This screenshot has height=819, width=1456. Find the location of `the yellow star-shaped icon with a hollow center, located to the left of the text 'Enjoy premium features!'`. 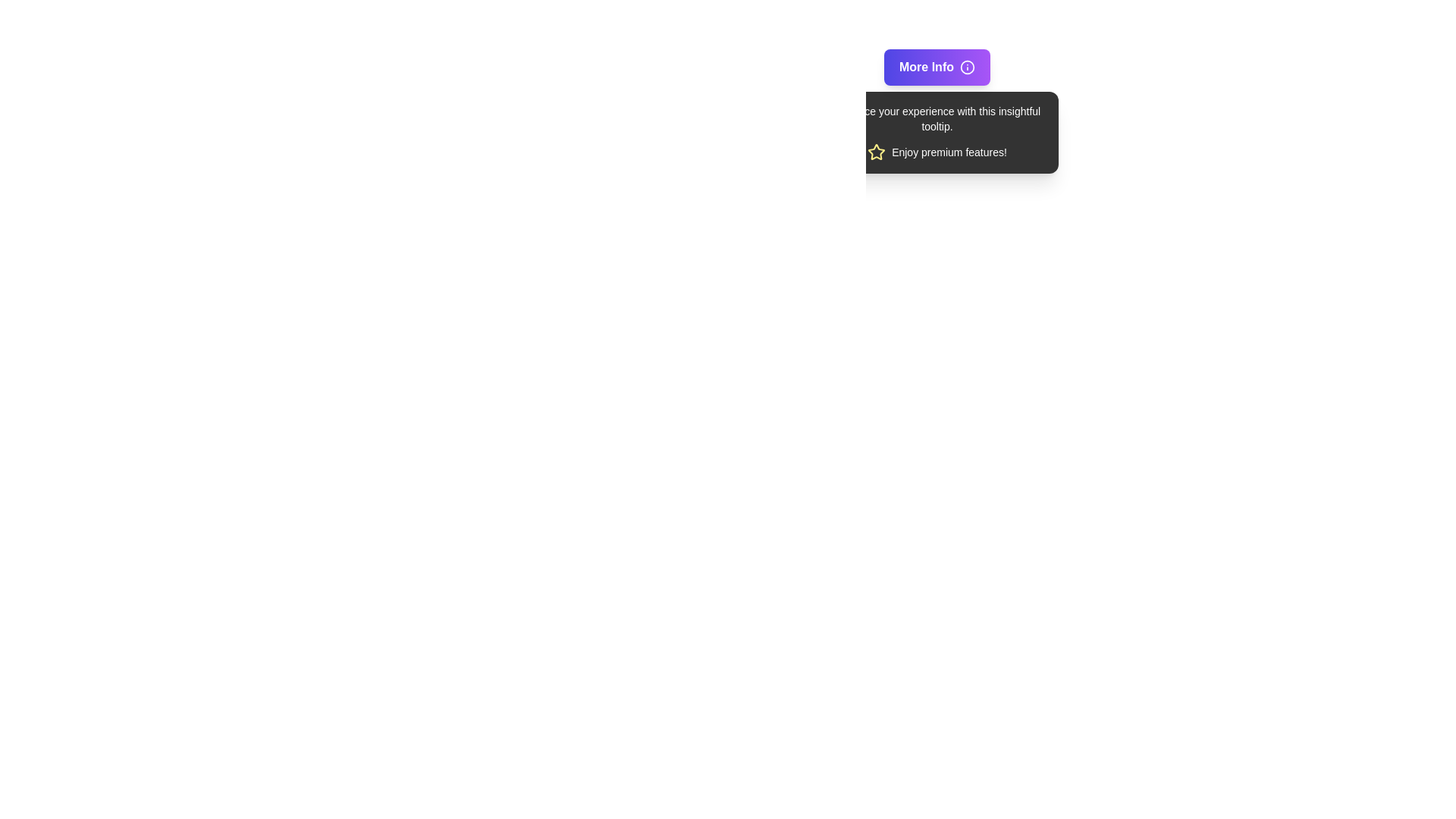

the yellow star-shaped icon with a hollow center, located to the left of the text 'Enjoy premium features!' is located at coordinates (877, 152).